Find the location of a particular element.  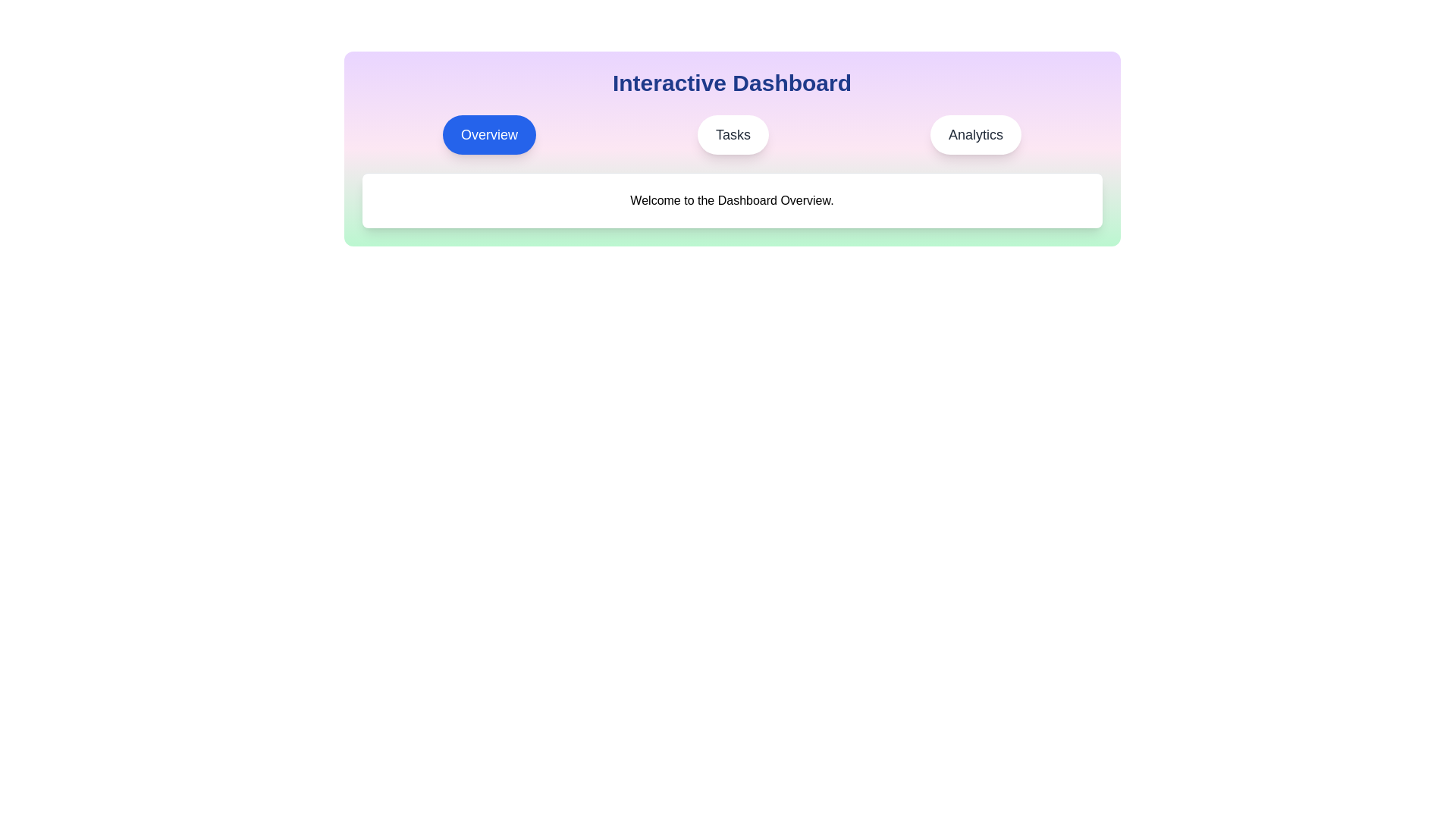

the tab labeled Overview to observe its hover effect is located at coordinates (489, 133).